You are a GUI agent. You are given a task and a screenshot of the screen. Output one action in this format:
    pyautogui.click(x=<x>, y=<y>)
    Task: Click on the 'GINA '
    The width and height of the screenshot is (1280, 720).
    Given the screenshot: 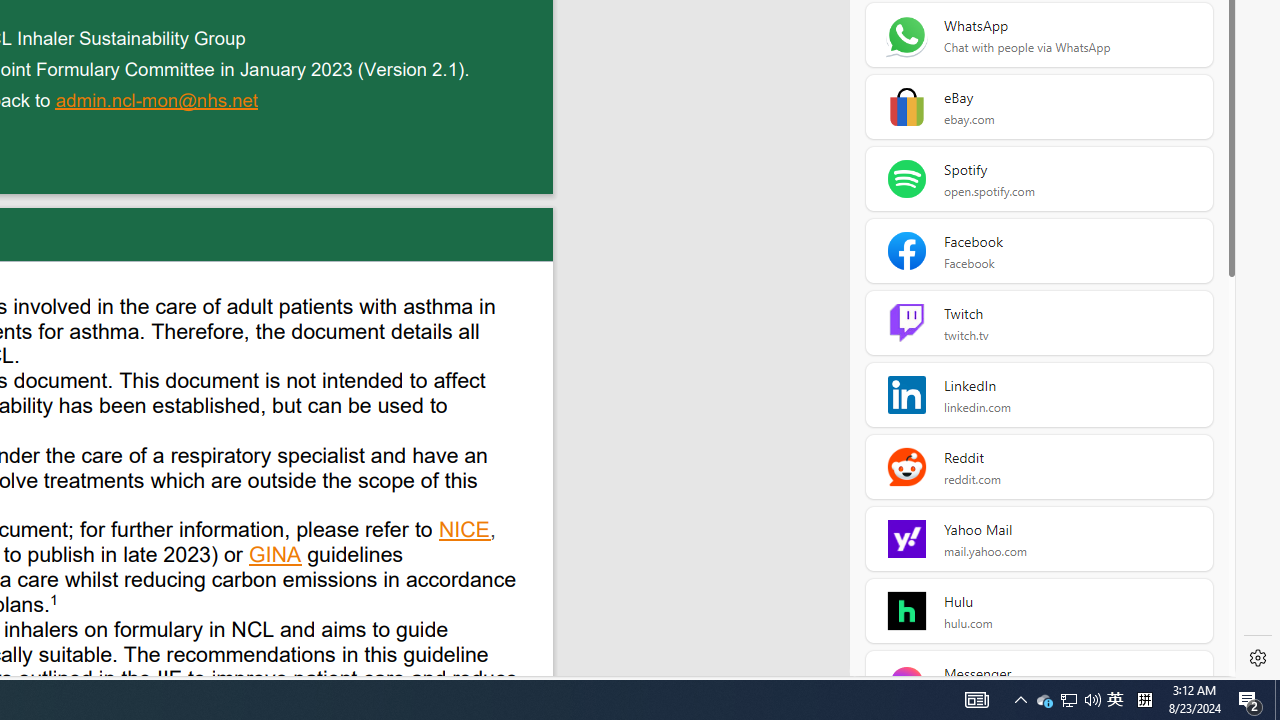 What is the action you would take?
    pyautogui.click(x=275, y=557)
    